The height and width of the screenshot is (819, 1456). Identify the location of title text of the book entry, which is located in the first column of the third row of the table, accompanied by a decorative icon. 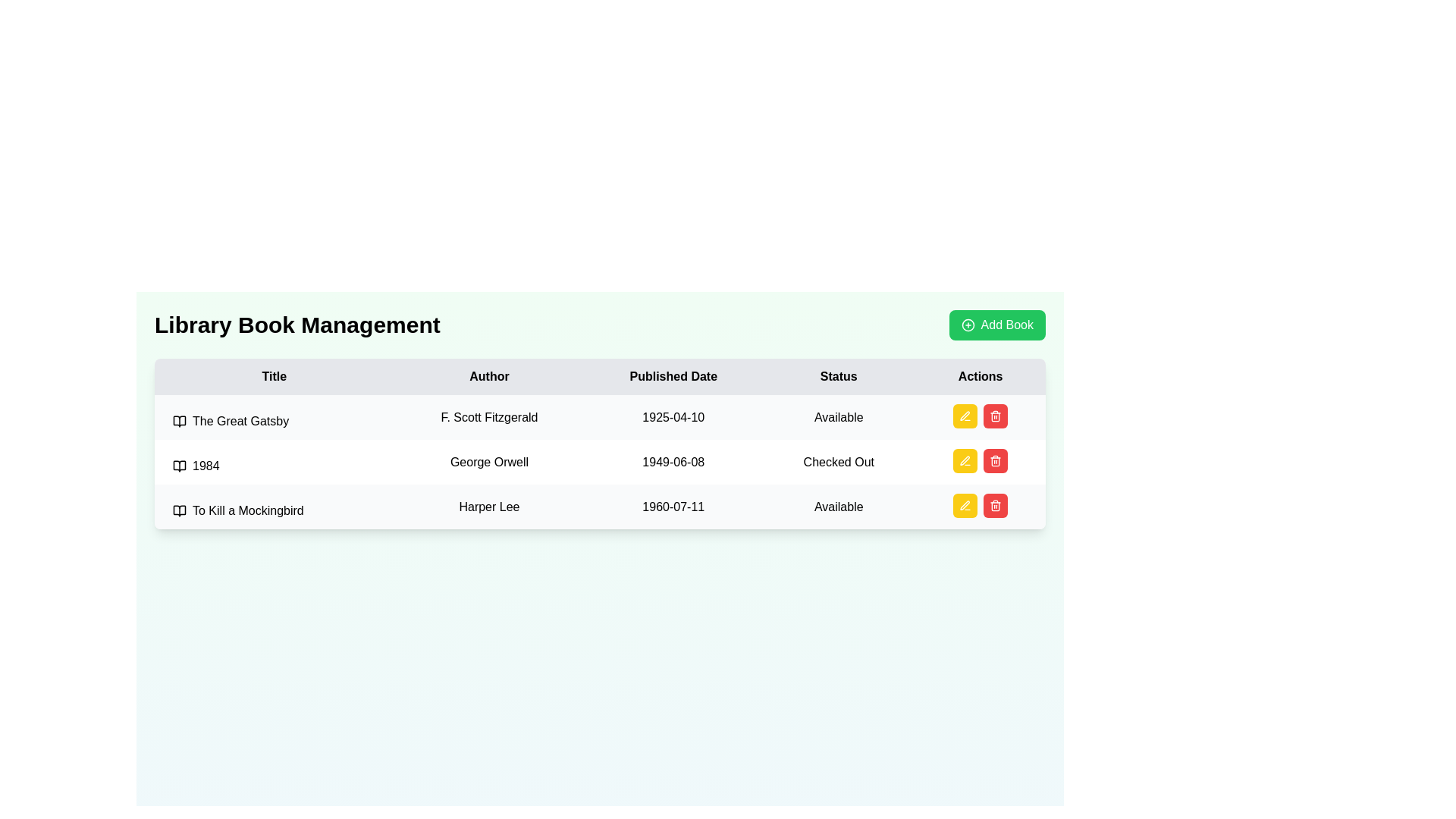
(274, 511).